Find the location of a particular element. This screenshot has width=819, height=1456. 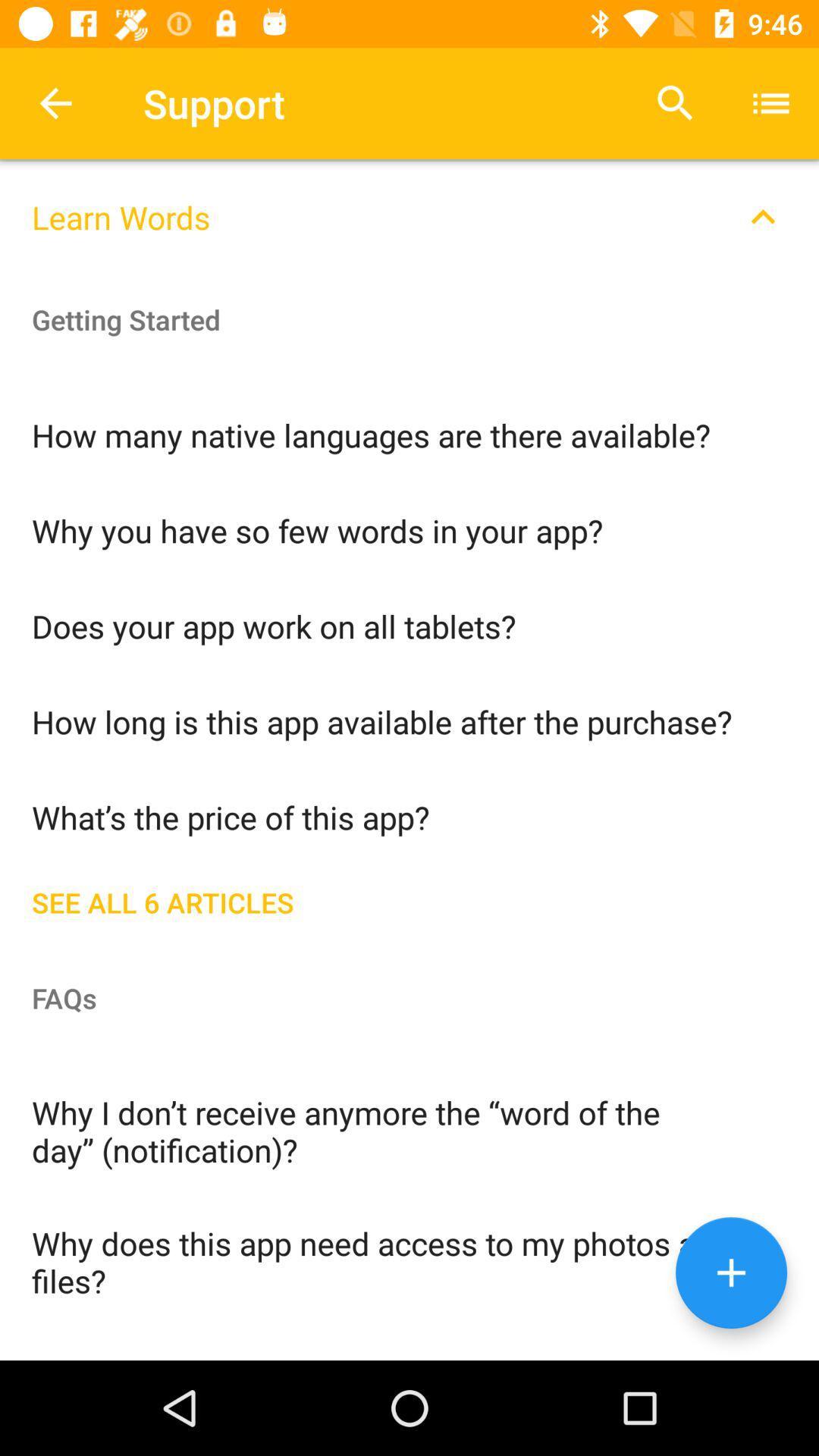

the icon below the how long is icon is located at coordinates (409, 815).